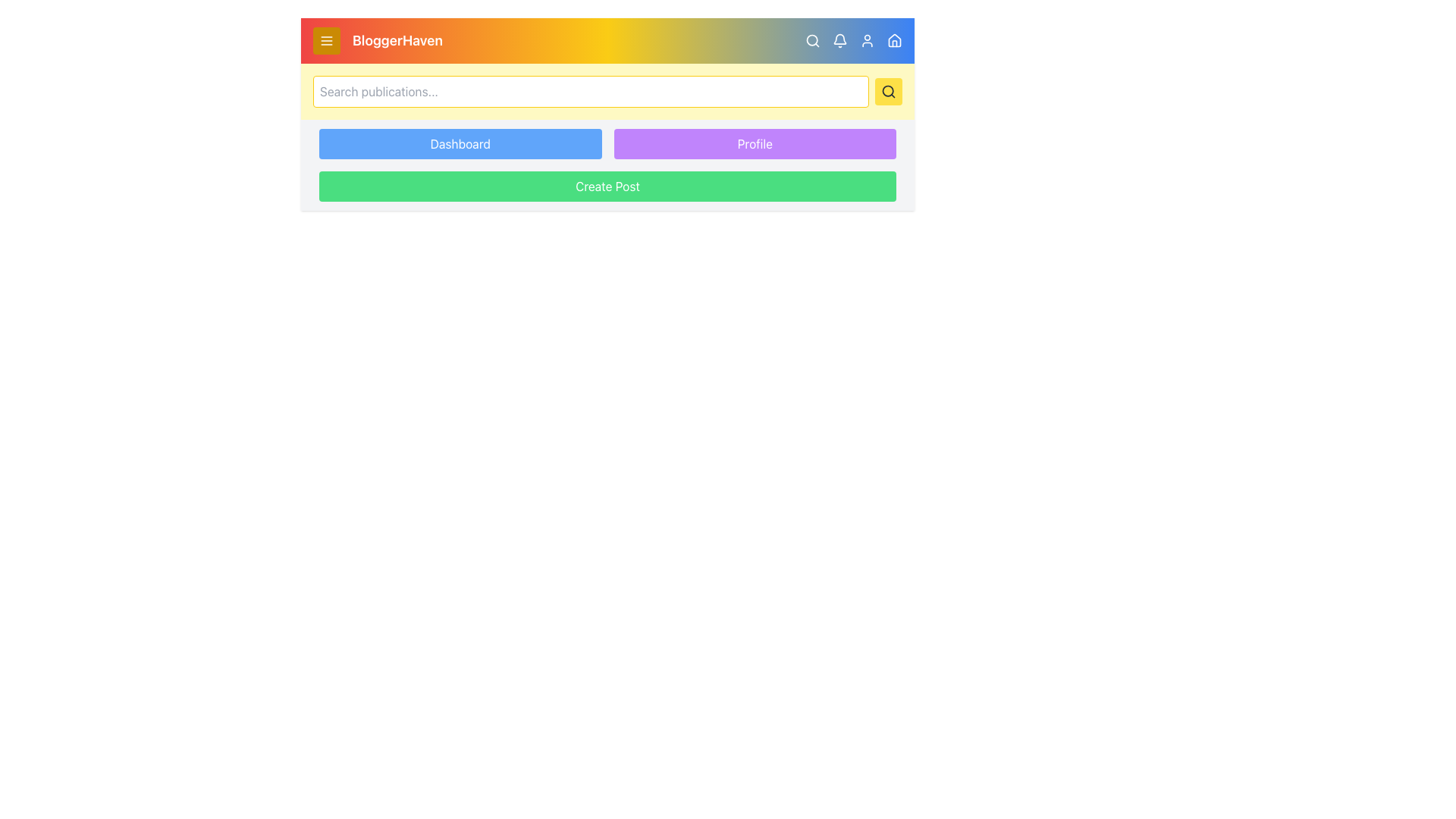 The width and height of the screenshot is (1456, 819). Describe the element at coordinates (888, 91) in the screenshot. I see `the circular part of the search icon, which is a vector graphic element resembling a magnifying glass's lens, located to the right of the search bar in the top section of the interface` at that location.